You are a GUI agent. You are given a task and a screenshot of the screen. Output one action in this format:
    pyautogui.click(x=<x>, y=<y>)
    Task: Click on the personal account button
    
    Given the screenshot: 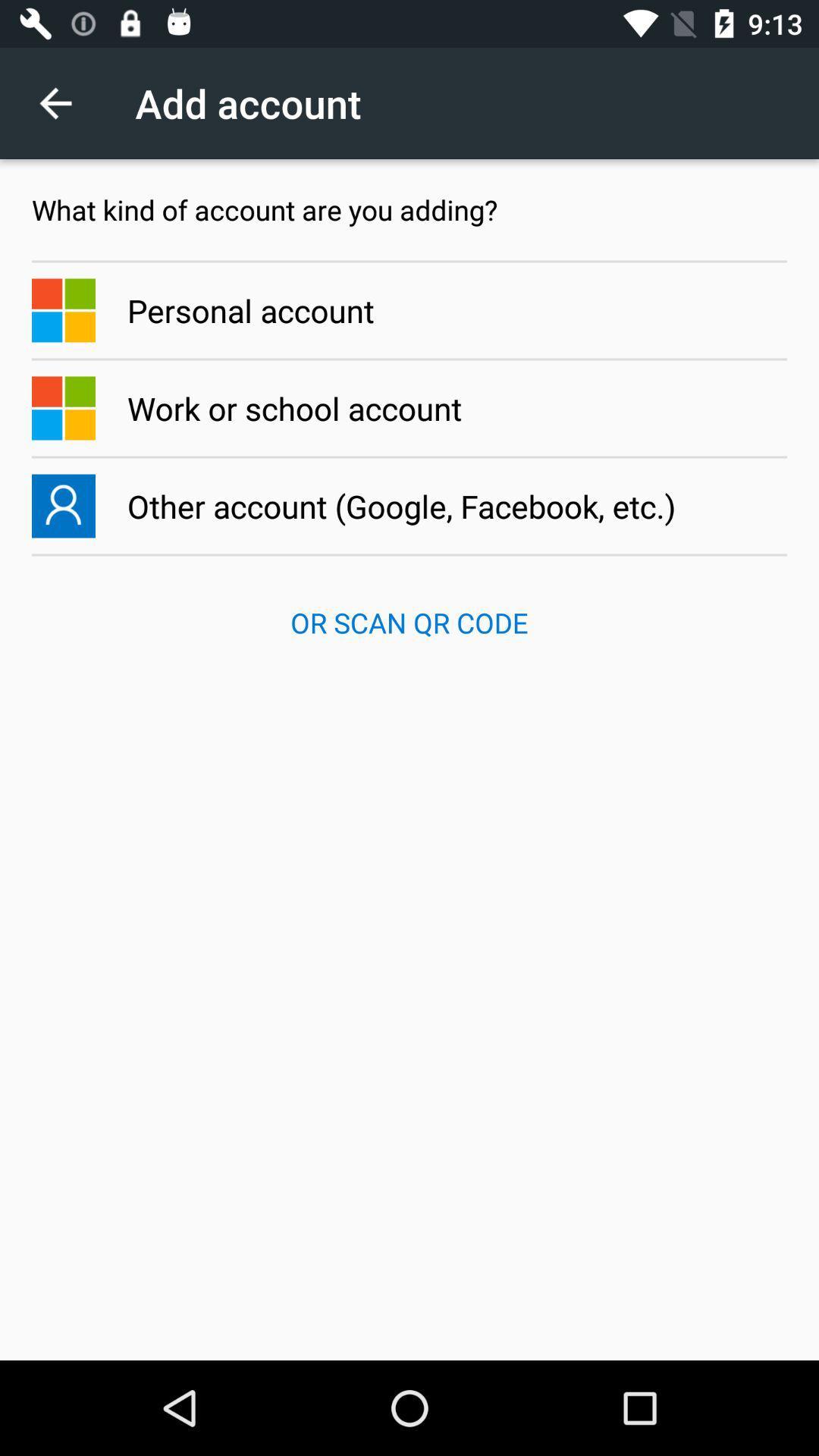 What is the action you would take?
    pyautogui.click(x=409, y=309)
    